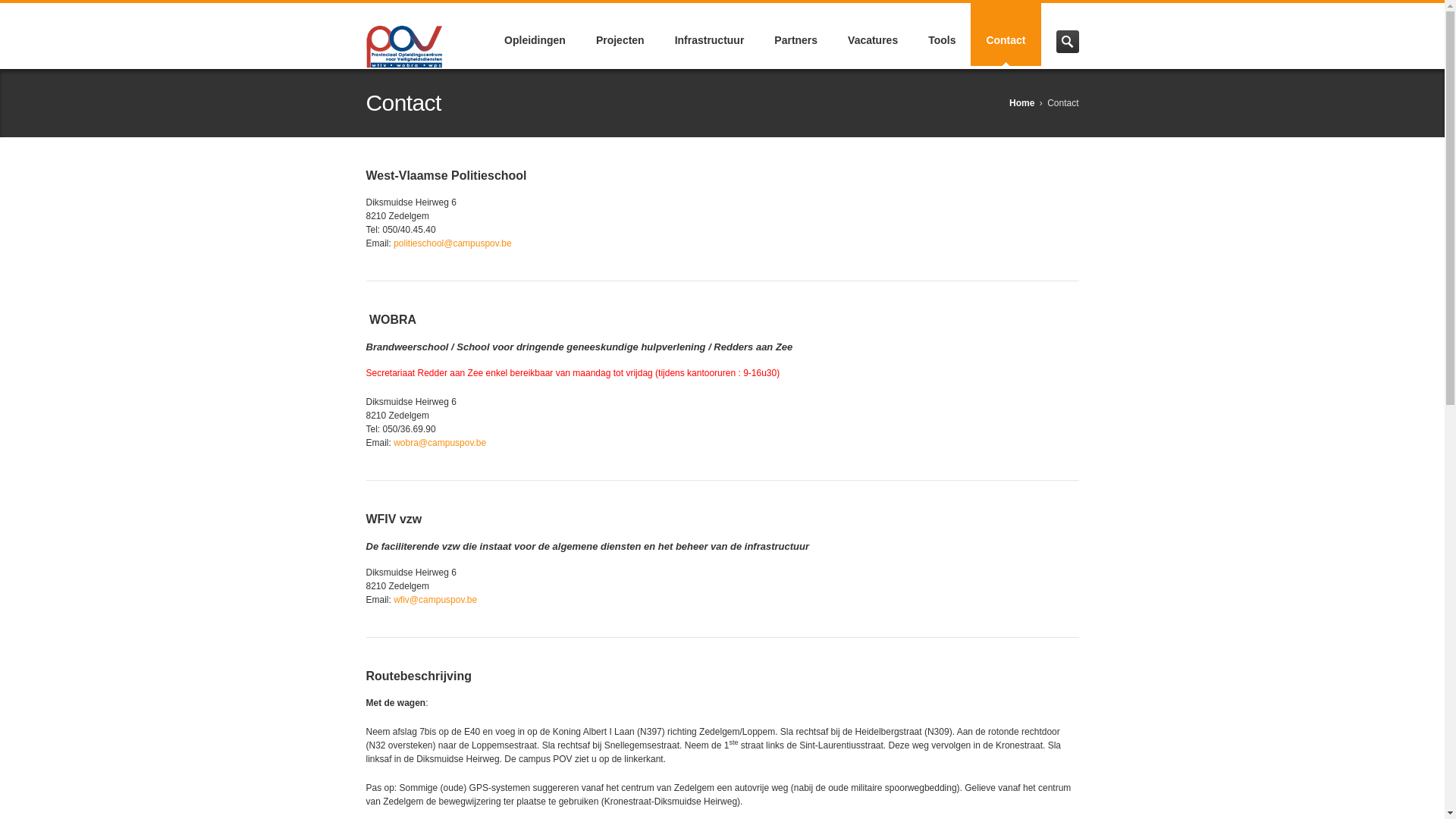 The image size is (1456, 819). Describe the element at coordinates (1005, 34) in the screenshot. I see `'Contact'` at that location.